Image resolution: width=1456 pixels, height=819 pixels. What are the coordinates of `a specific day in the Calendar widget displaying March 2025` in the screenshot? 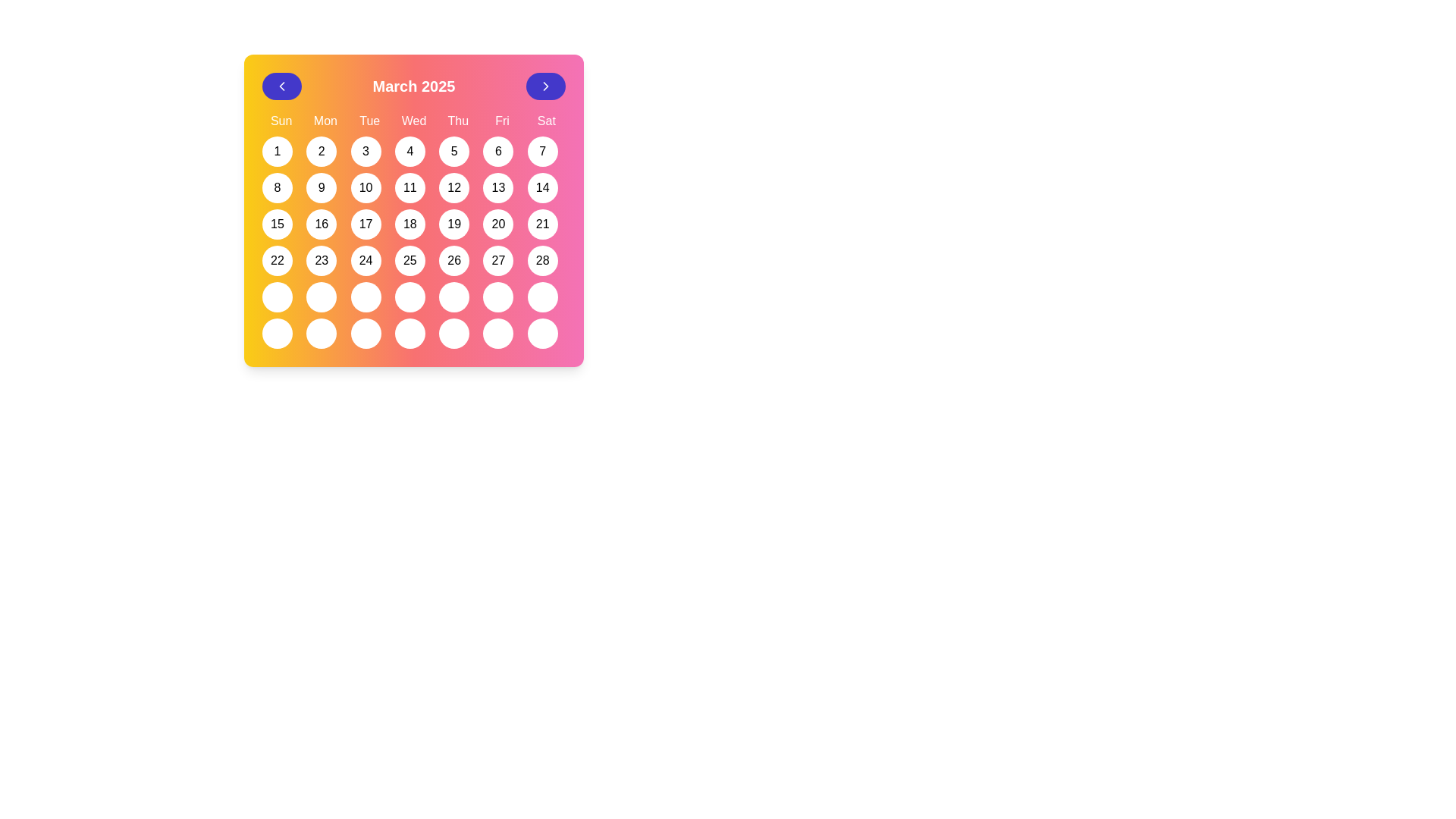 It's located at (414, 210).